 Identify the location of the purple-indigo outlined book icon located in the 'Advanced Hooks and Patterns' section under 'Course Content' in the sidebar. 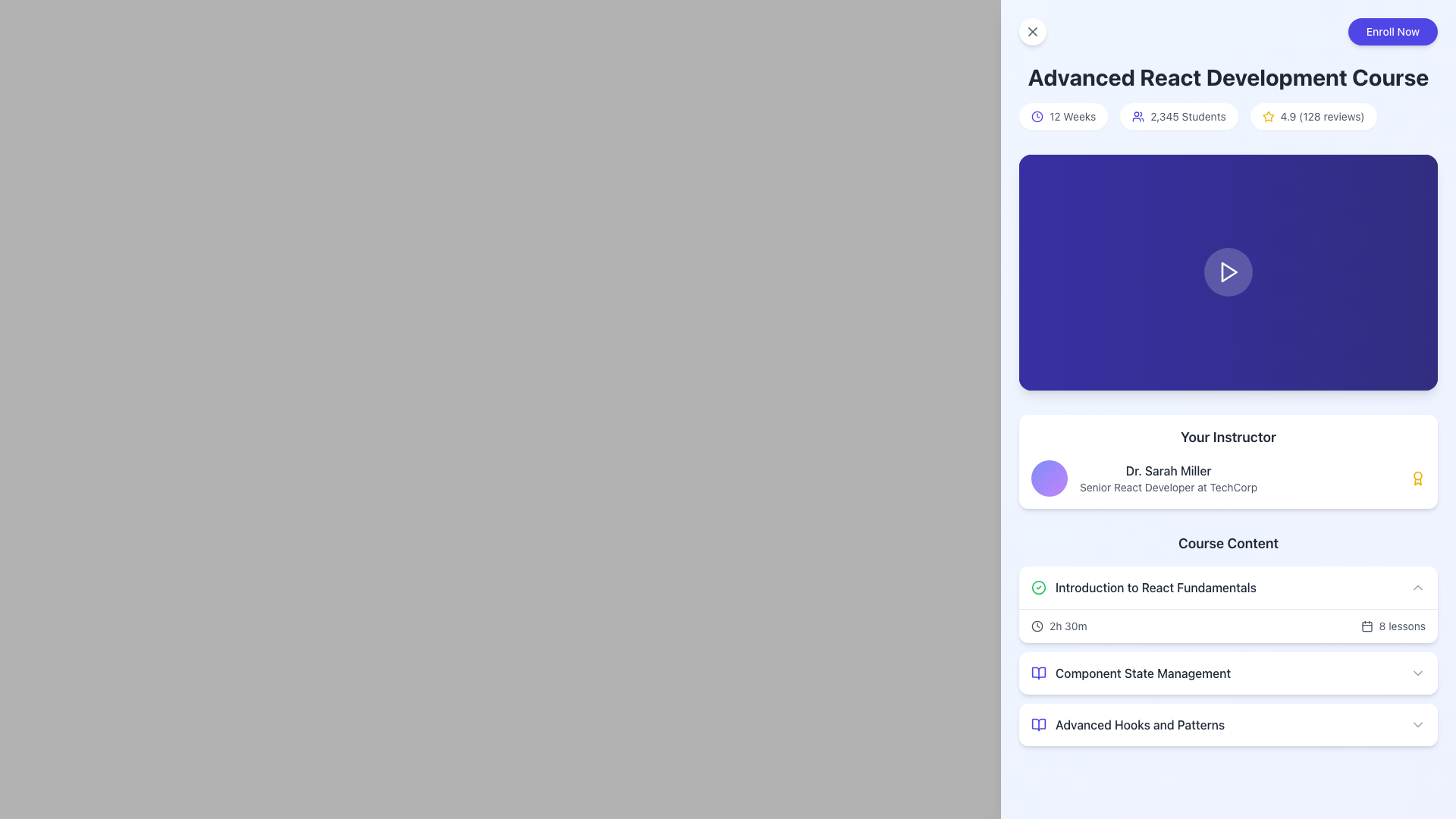
(1037, 723).